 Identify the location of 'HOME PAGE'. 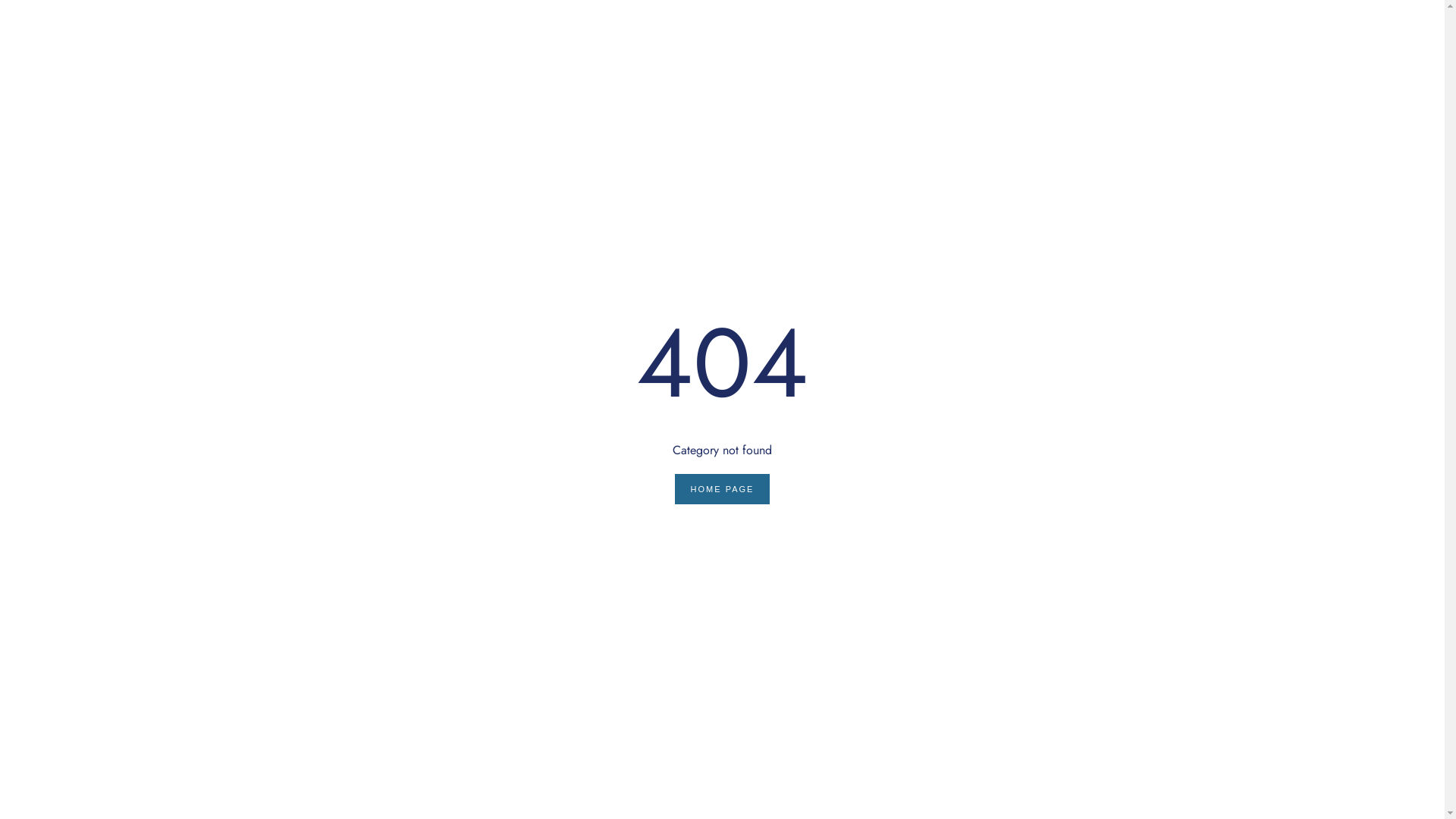
(722, 488).